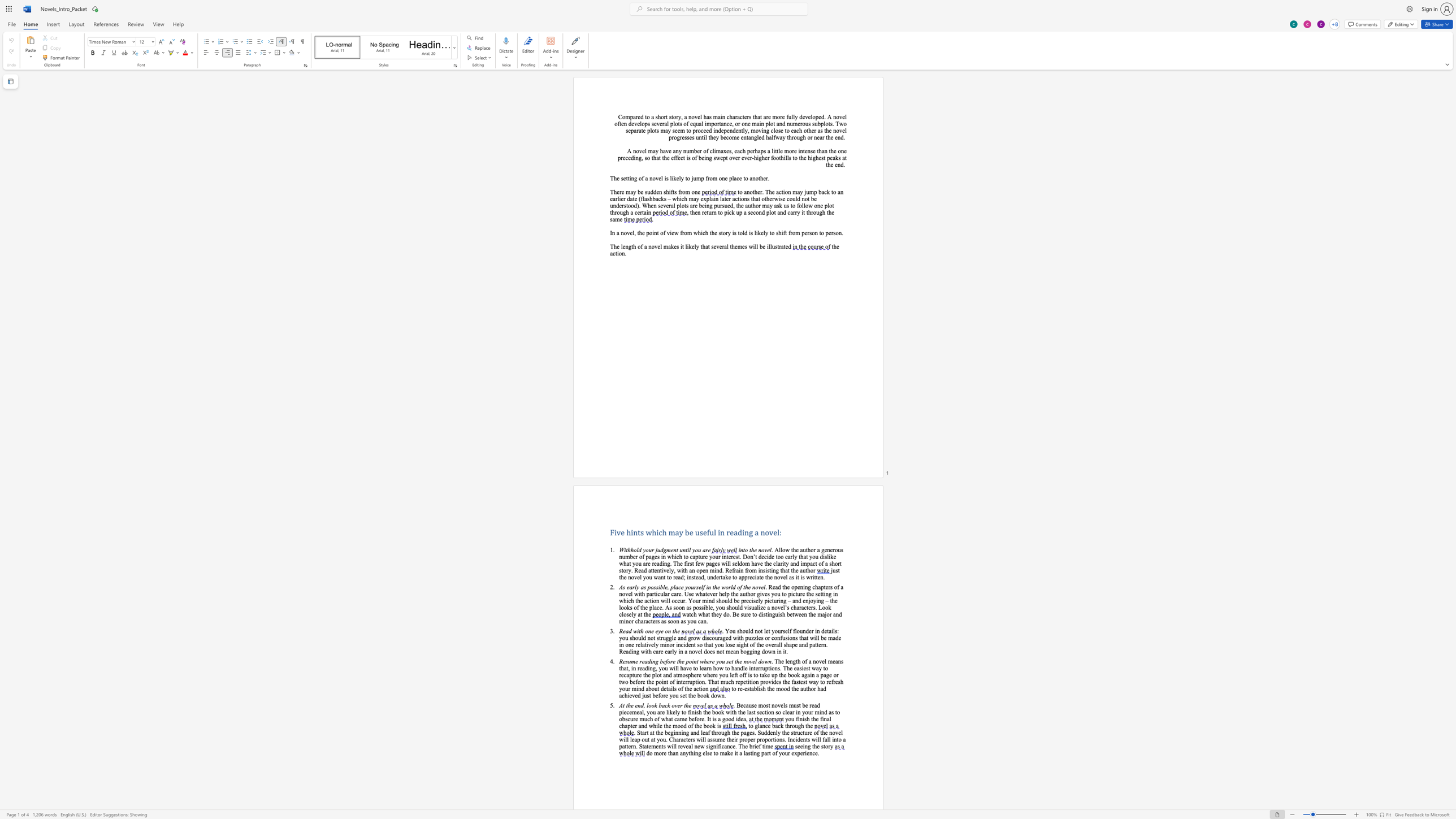 This screenshot has width=1456, height=819. What do you see at coordinates (675, 157) in the screenshot?
I see `the space between the continuous character "f" and "f" in the text` at bounding box center [675, 157].